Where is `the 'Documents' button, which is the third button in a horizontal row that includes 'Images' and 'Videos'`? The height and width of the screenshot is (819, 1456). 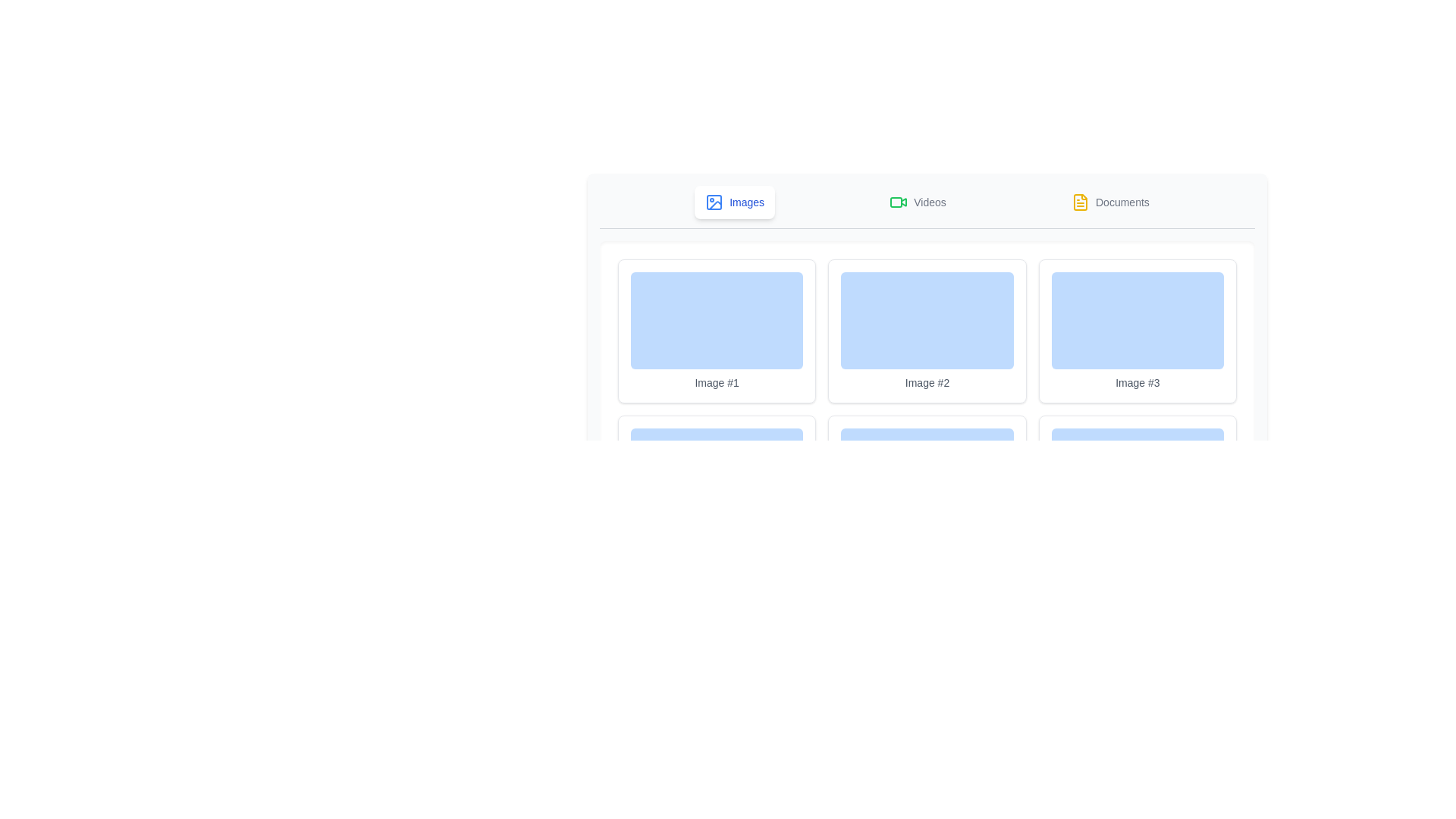
the 'Documents' button, which is the third button in a horizontal row that includes 'Images' and 'Videos' is located at coordinates (1110, 201).